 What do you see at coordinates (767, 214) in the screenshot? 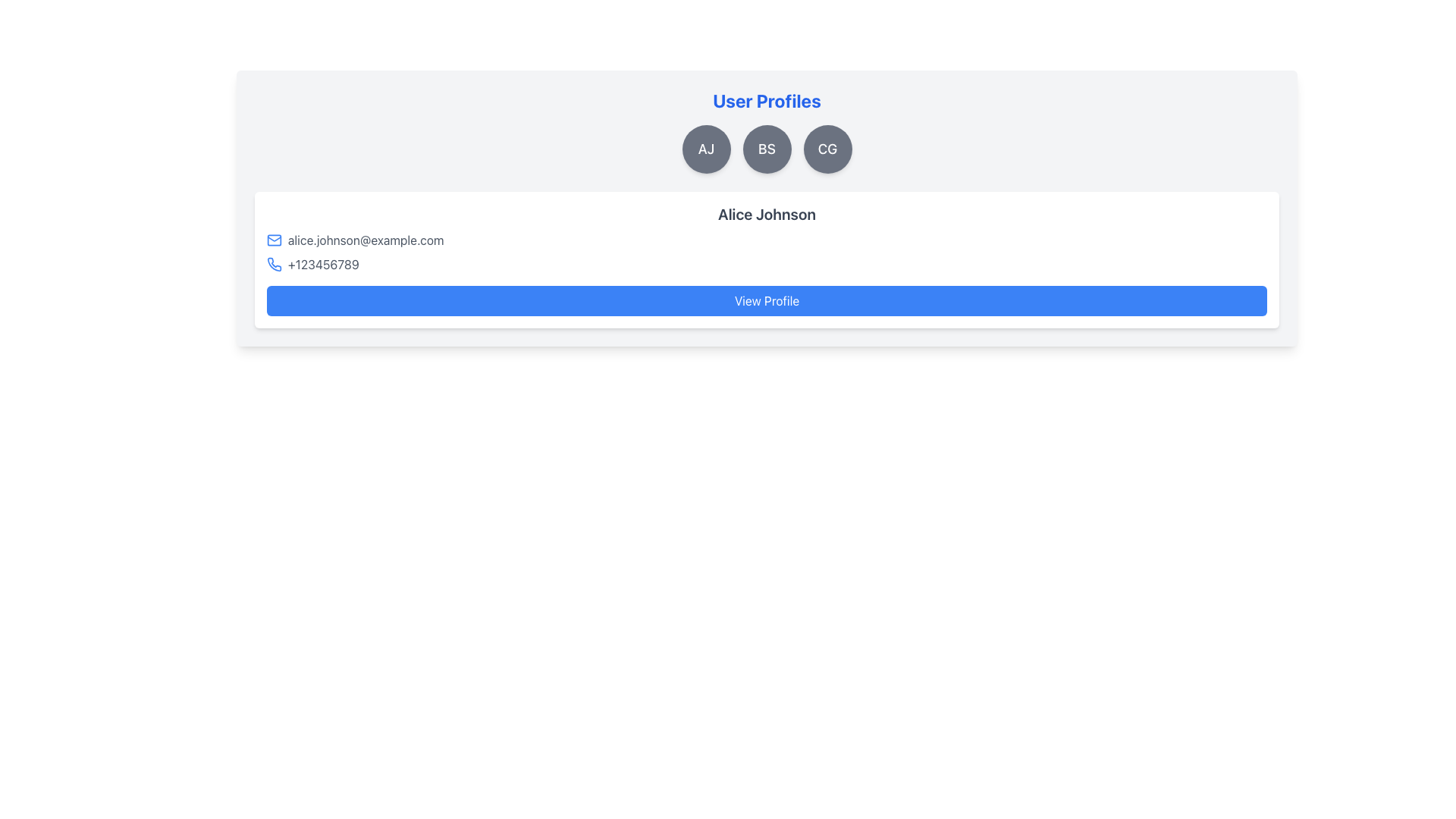
I see `the text label displaying the name 'Alice Johnson', which is positioned at the top of the profile card, above the email and phone details` at bounding box center [767, 214].